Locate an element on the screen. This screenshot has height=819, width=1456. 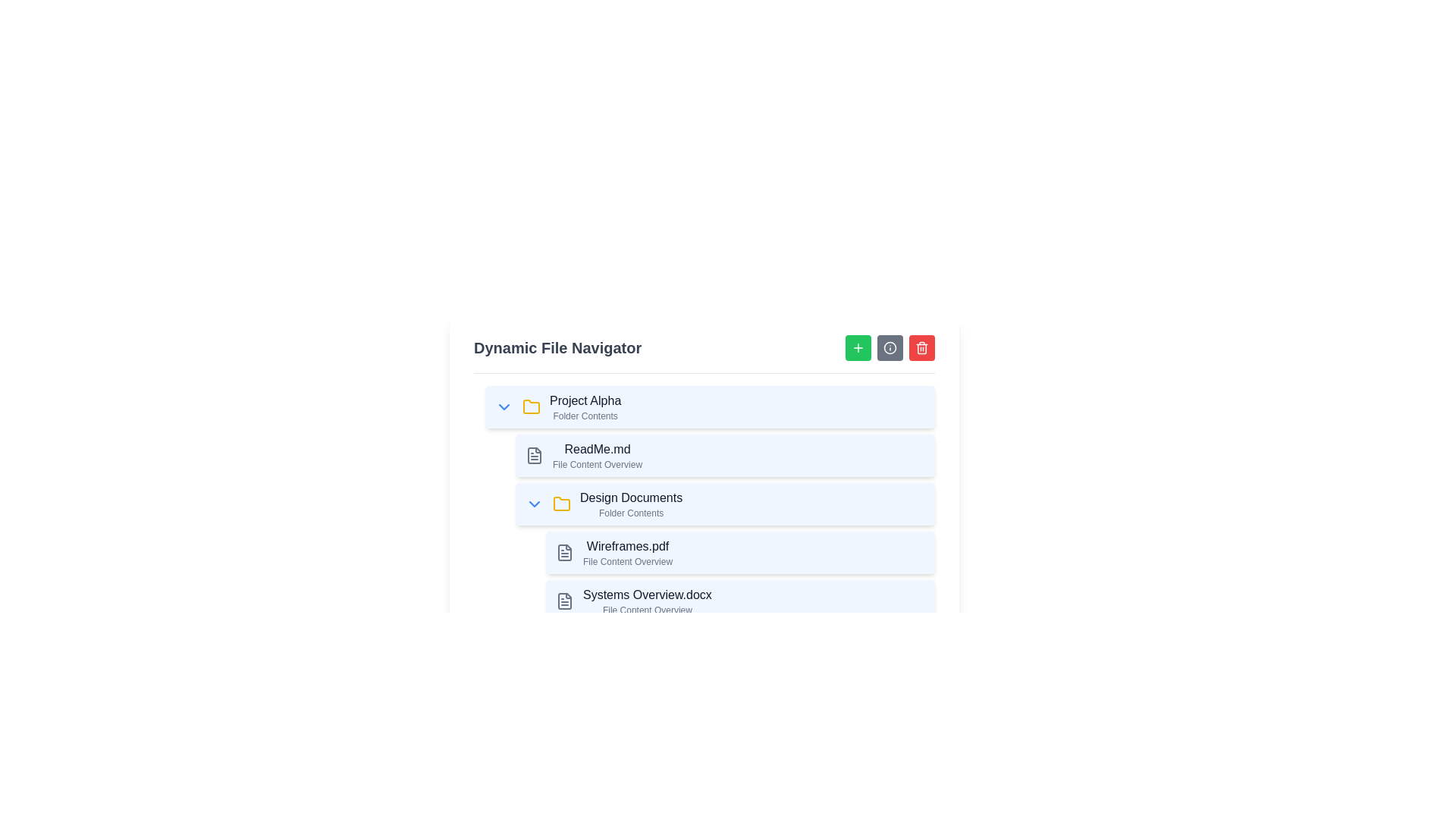
the file entry item labeled 'Wireframes.pdf' is located at coordinates (704, 576).